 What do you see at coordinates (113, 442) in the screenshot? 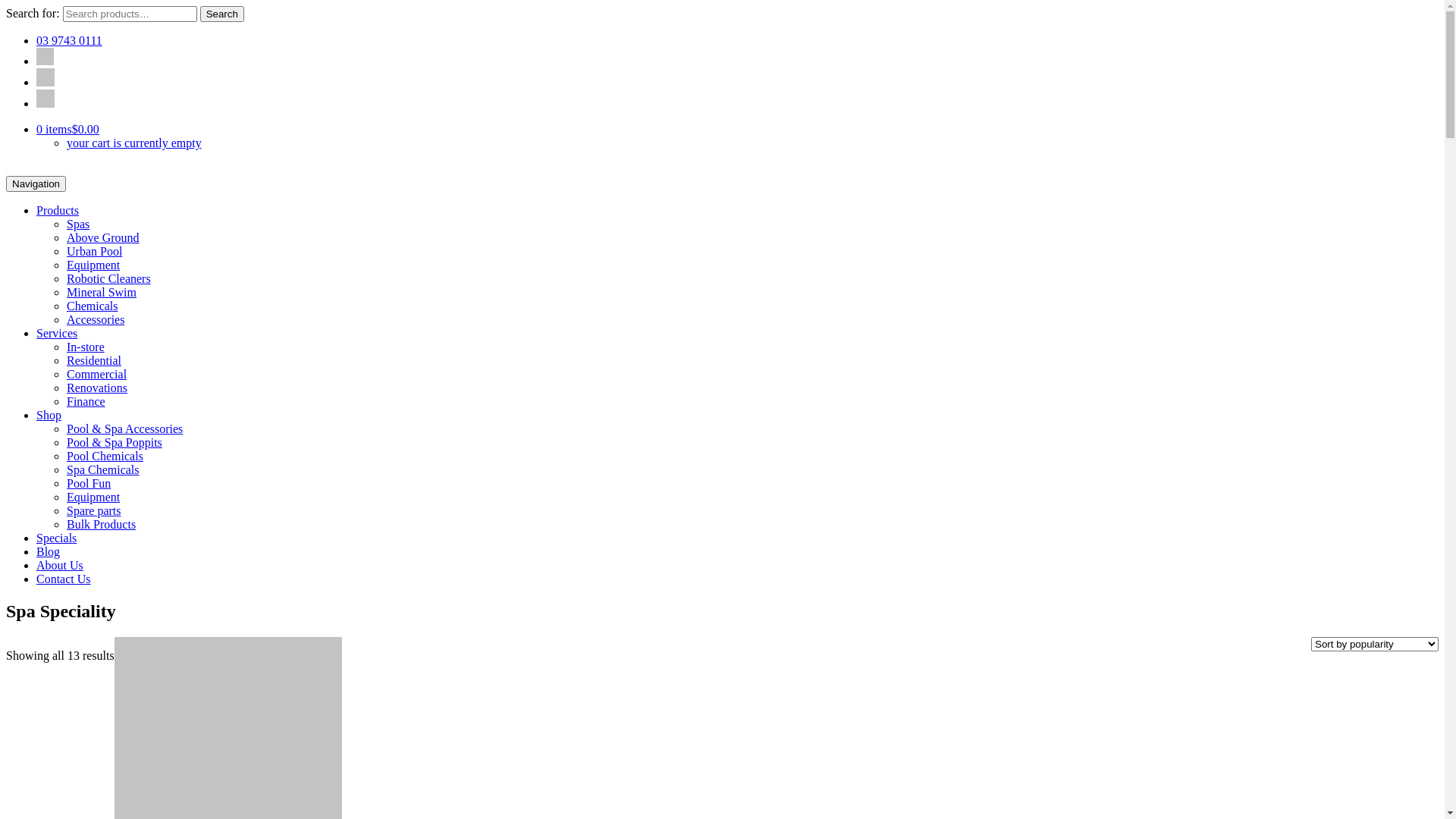
I see `'Pool & Spa Poppits'` at bounding box center [113, 442].